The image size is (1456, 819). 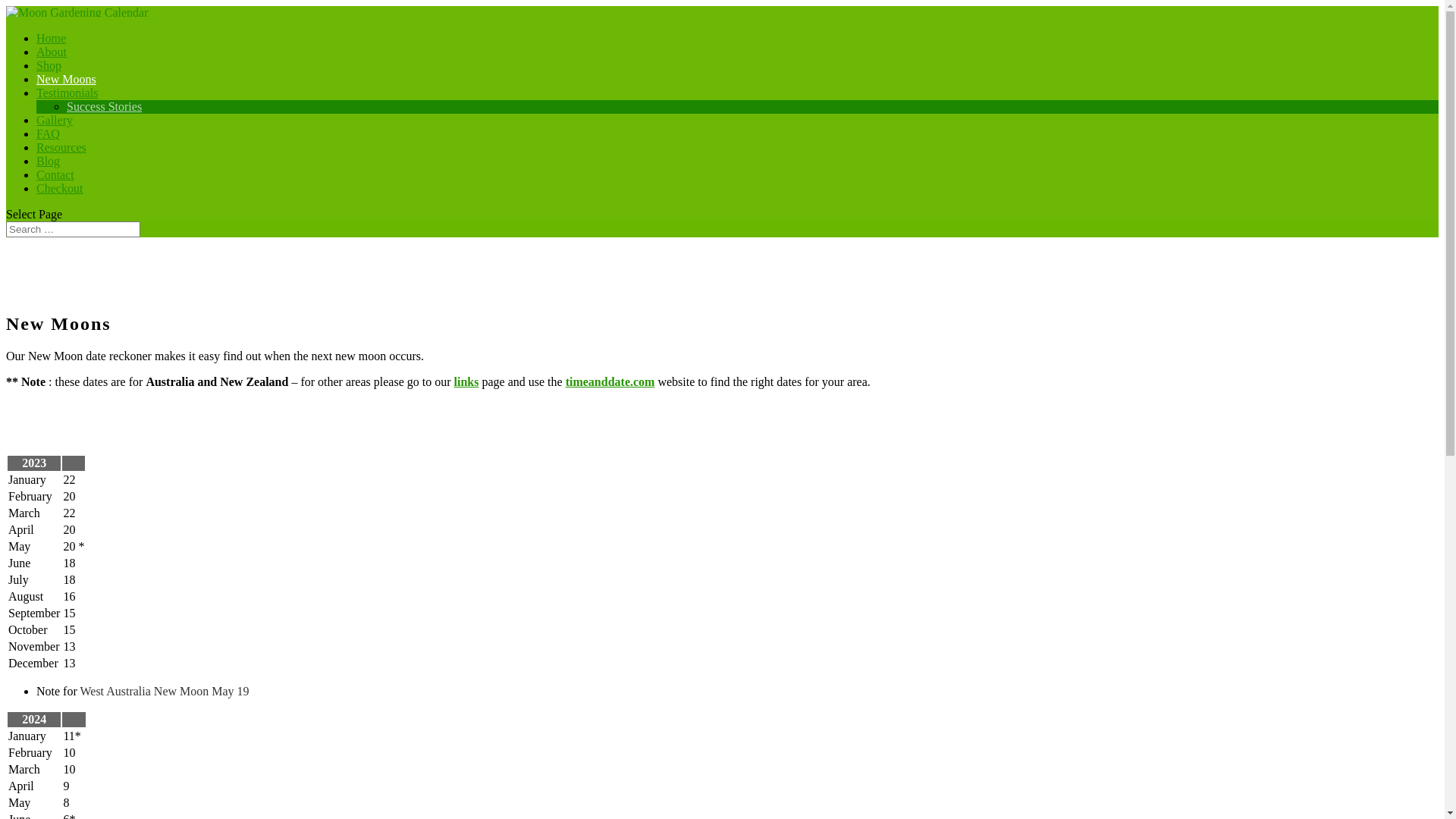 I want to click on 'Blog', so click(x=48, y=168).